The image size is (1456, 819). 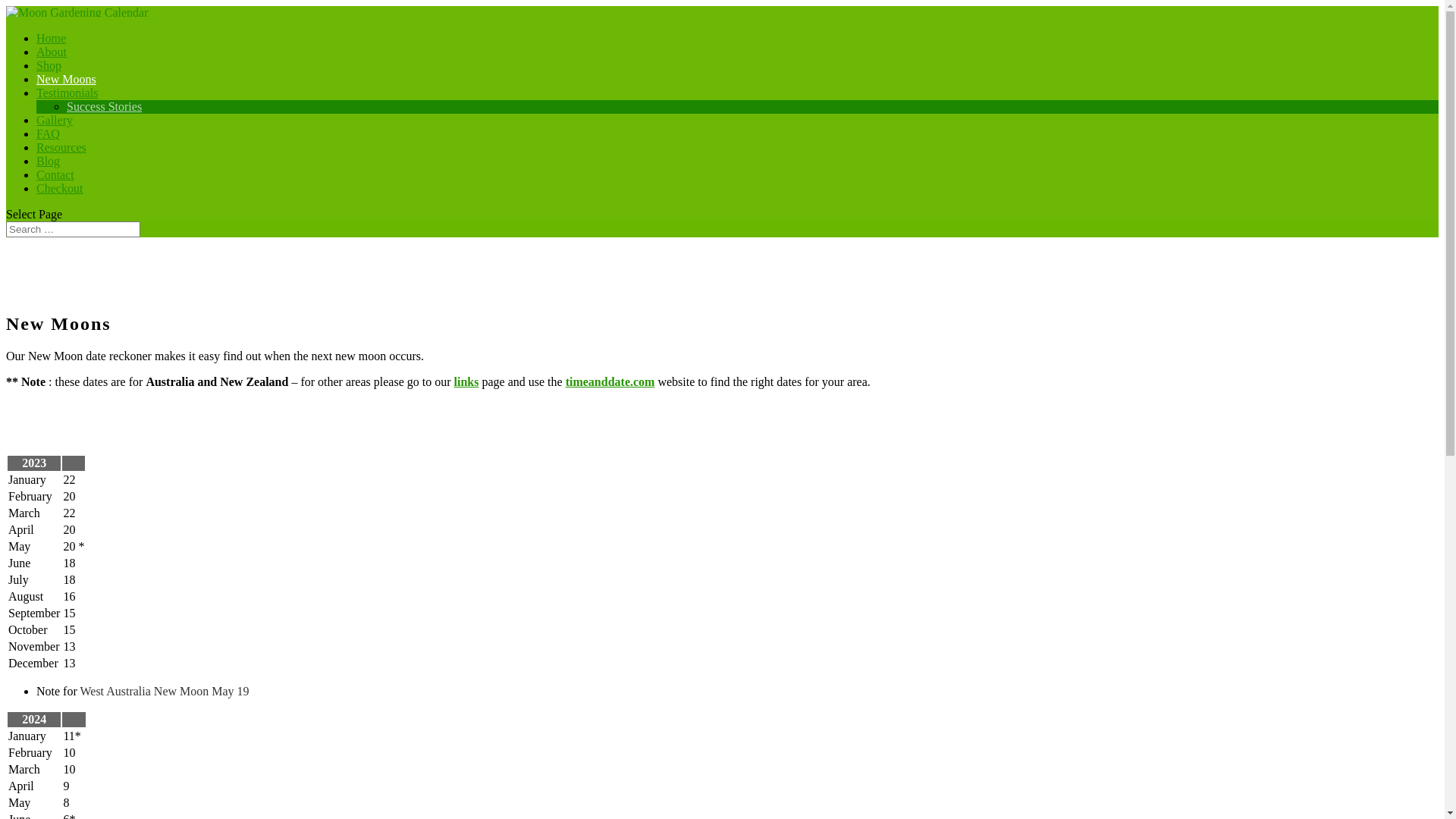 I want to click on 'Blog', so click(x=48, y=168).